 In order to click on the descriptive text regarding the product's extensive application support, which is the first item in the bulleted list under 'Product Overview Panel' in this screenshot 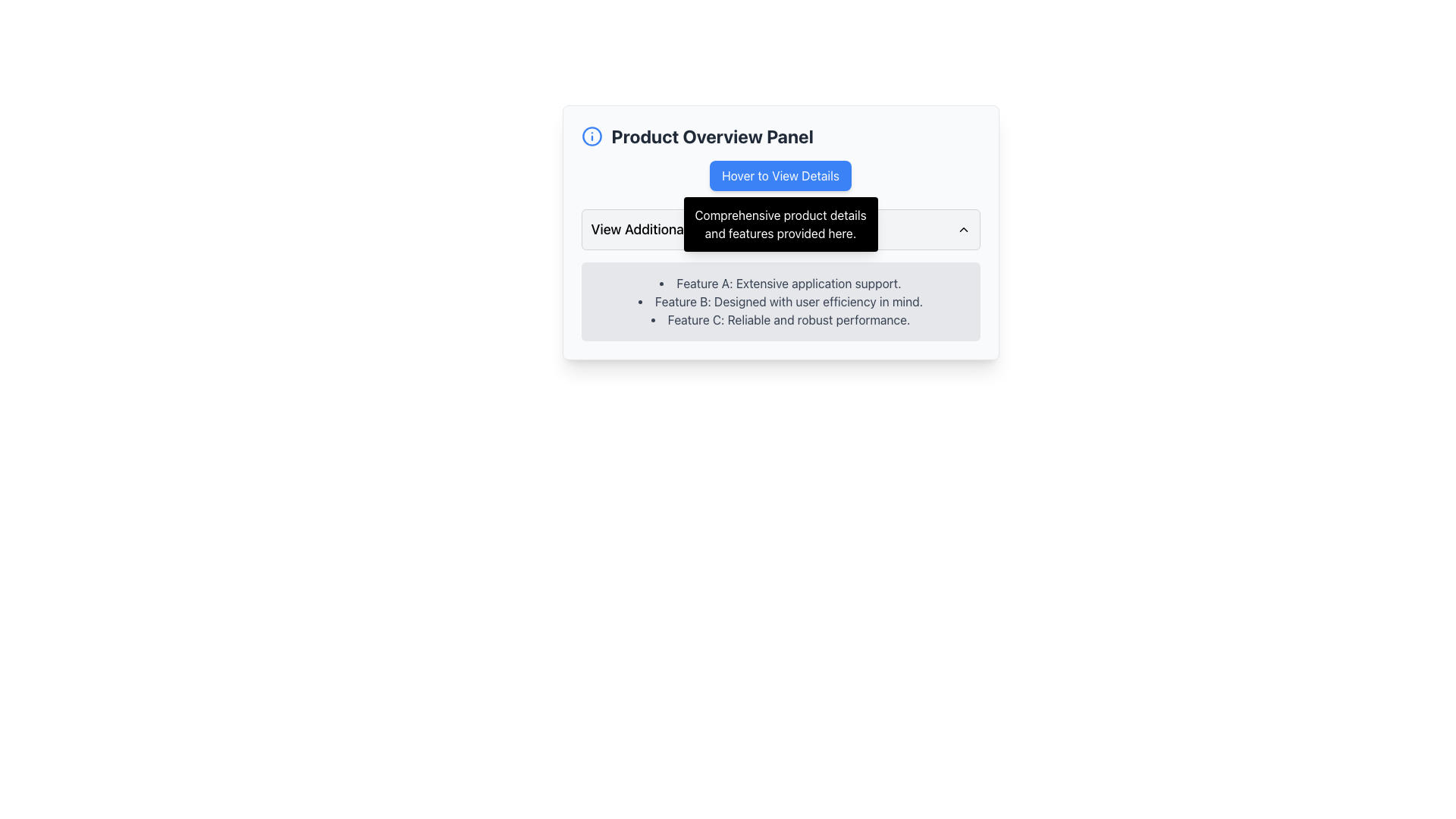, I will do `click(780, 284)`.